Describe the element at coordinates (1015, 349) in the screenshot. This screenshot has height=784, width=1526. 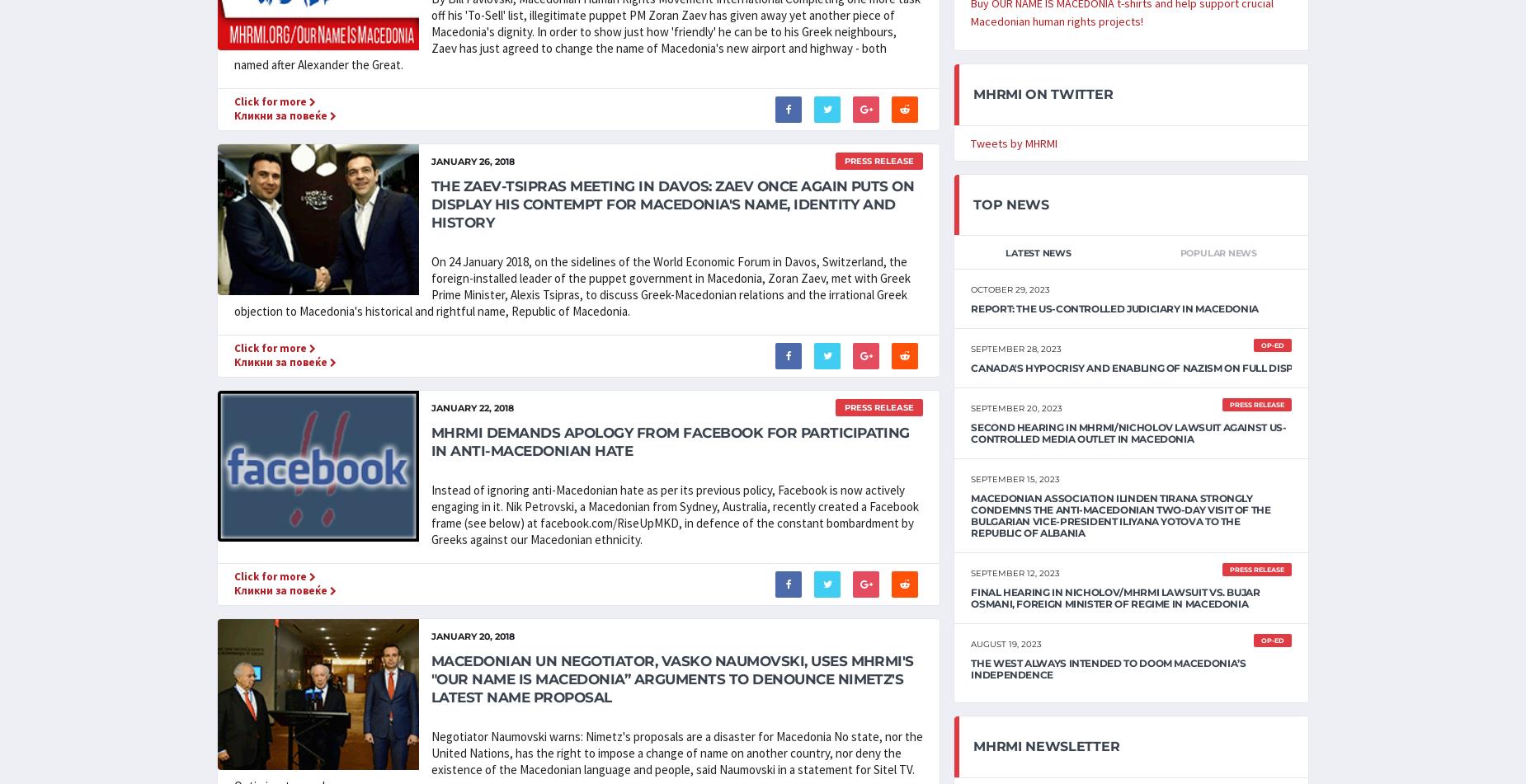
I see `'September 28, 2023'` at that location.